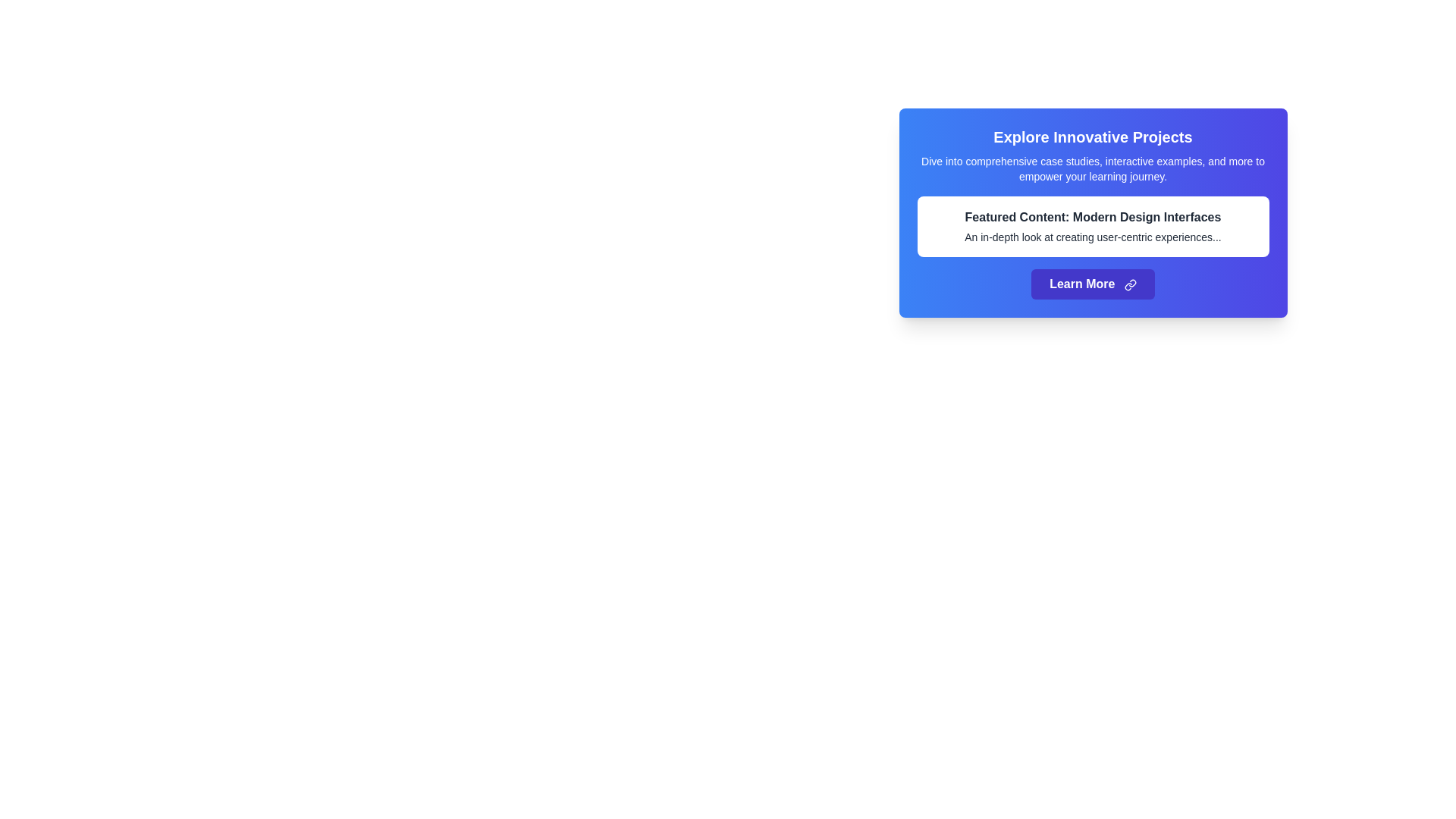 The width and height of the screenshot is (1456, 819). I want to click on the heading text that serves as the primary content descriptor for the card, located at the top-center of the card component with a gradient blue background, so click(1093, 217).